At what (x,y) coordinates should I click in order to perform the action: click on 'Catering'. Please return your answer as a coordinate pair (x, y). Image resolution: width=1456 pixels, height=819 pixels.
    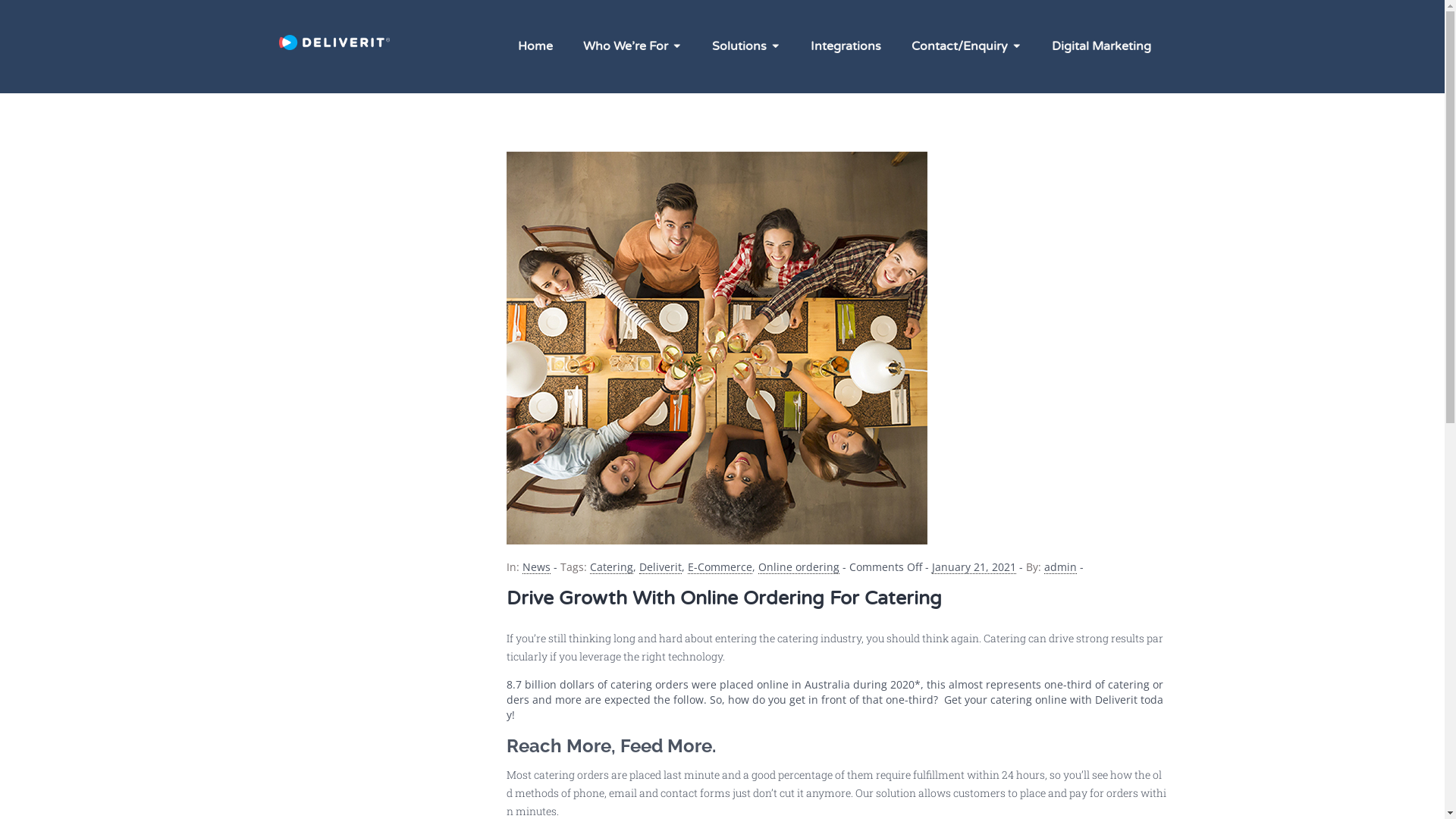
    Looking at the image, I should click on (611, 567).